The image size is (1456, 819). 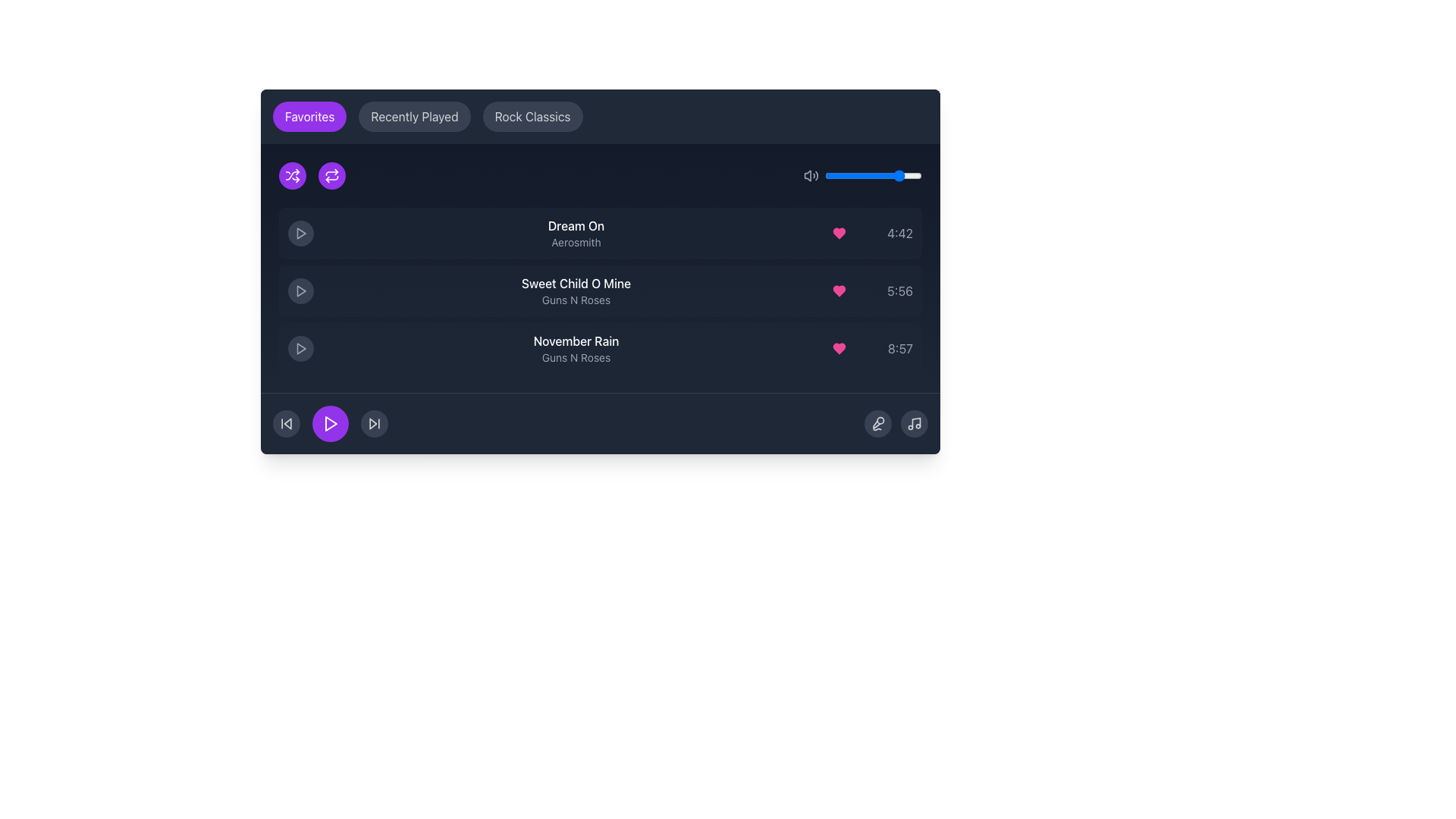 I want to click on the circular button with a dark gray background and a musical note icon in the bottom-right corner of the control panel for navigation, so click(x=913, y=424).